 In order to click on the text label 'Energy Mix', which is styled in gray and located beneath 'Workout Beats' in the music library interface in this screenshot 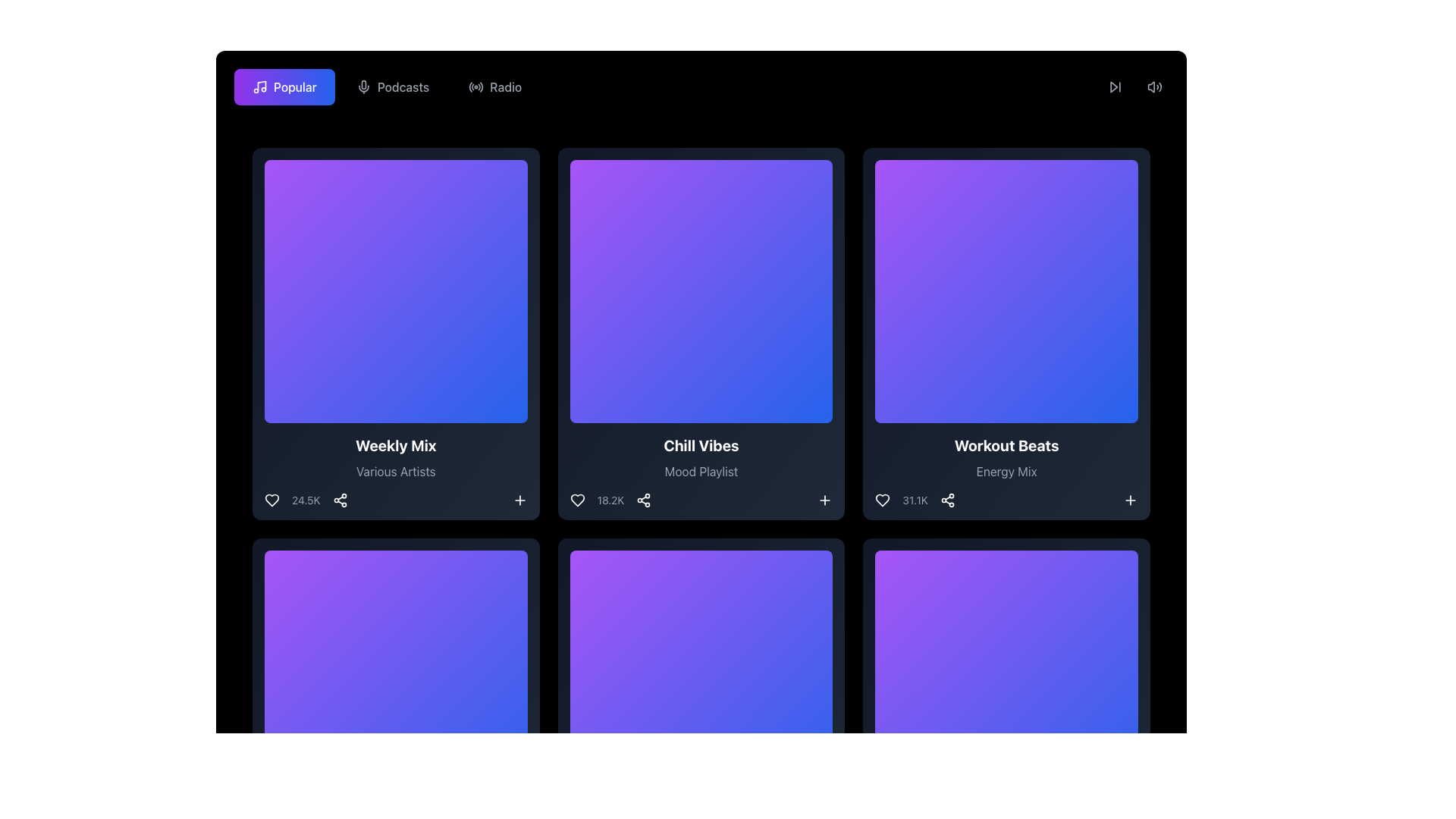, I will do `click(1006, 470)`.